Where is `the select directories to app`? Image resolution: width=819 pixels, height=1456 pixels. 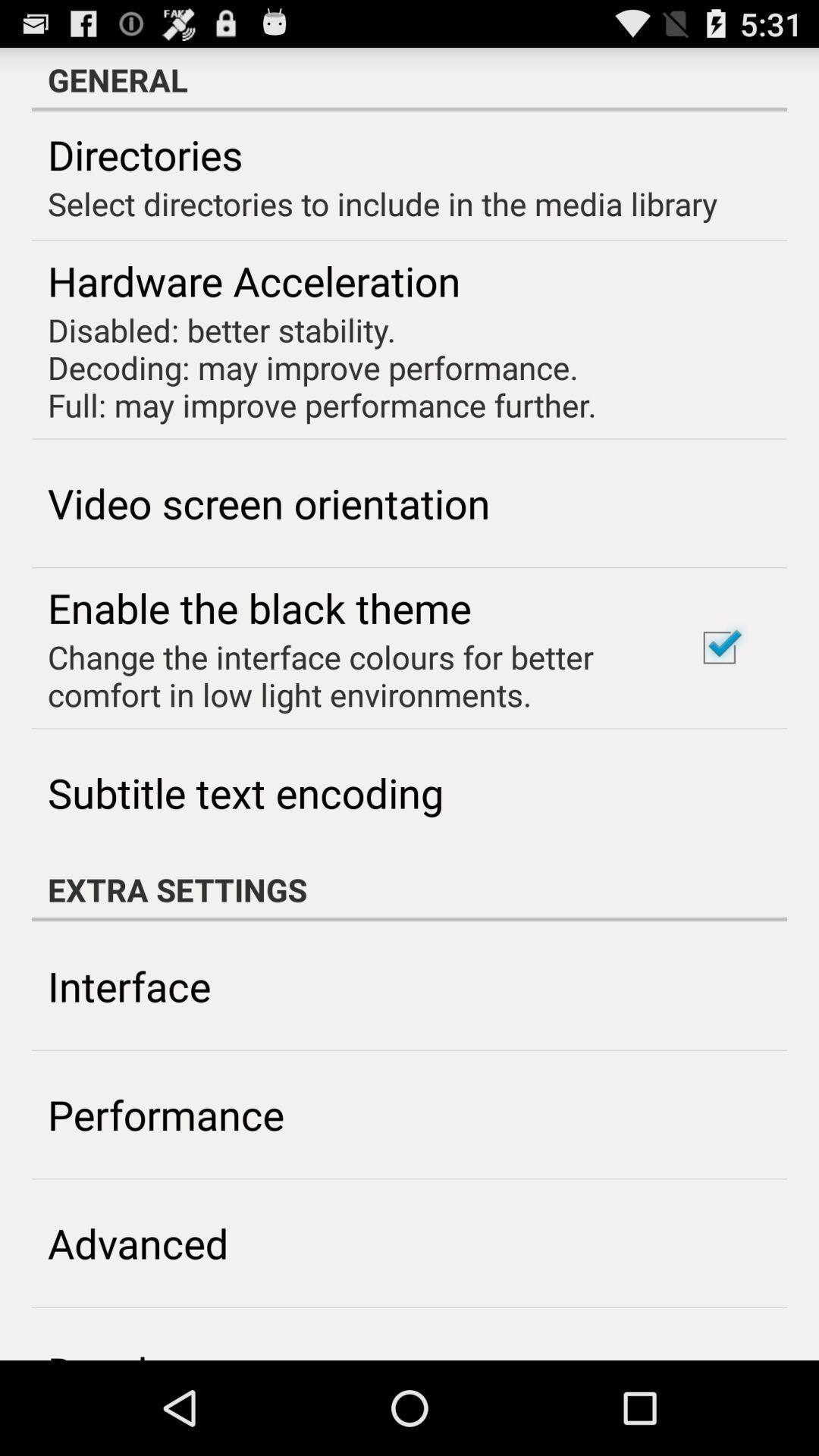
the select directories to app is located at coordinates (381, 202).